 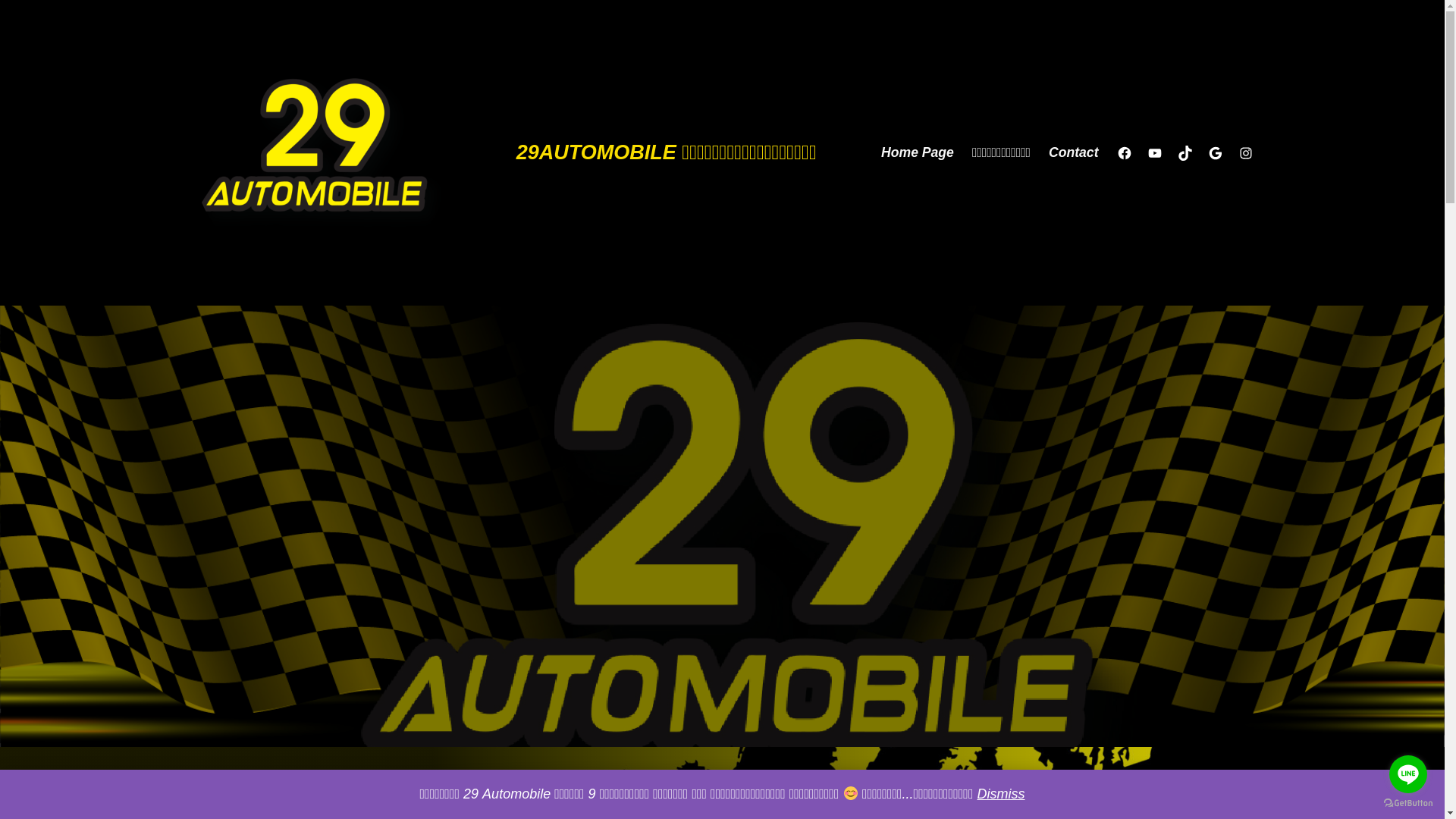 I want to click on 'Home Page', so click(x=916, y=152).